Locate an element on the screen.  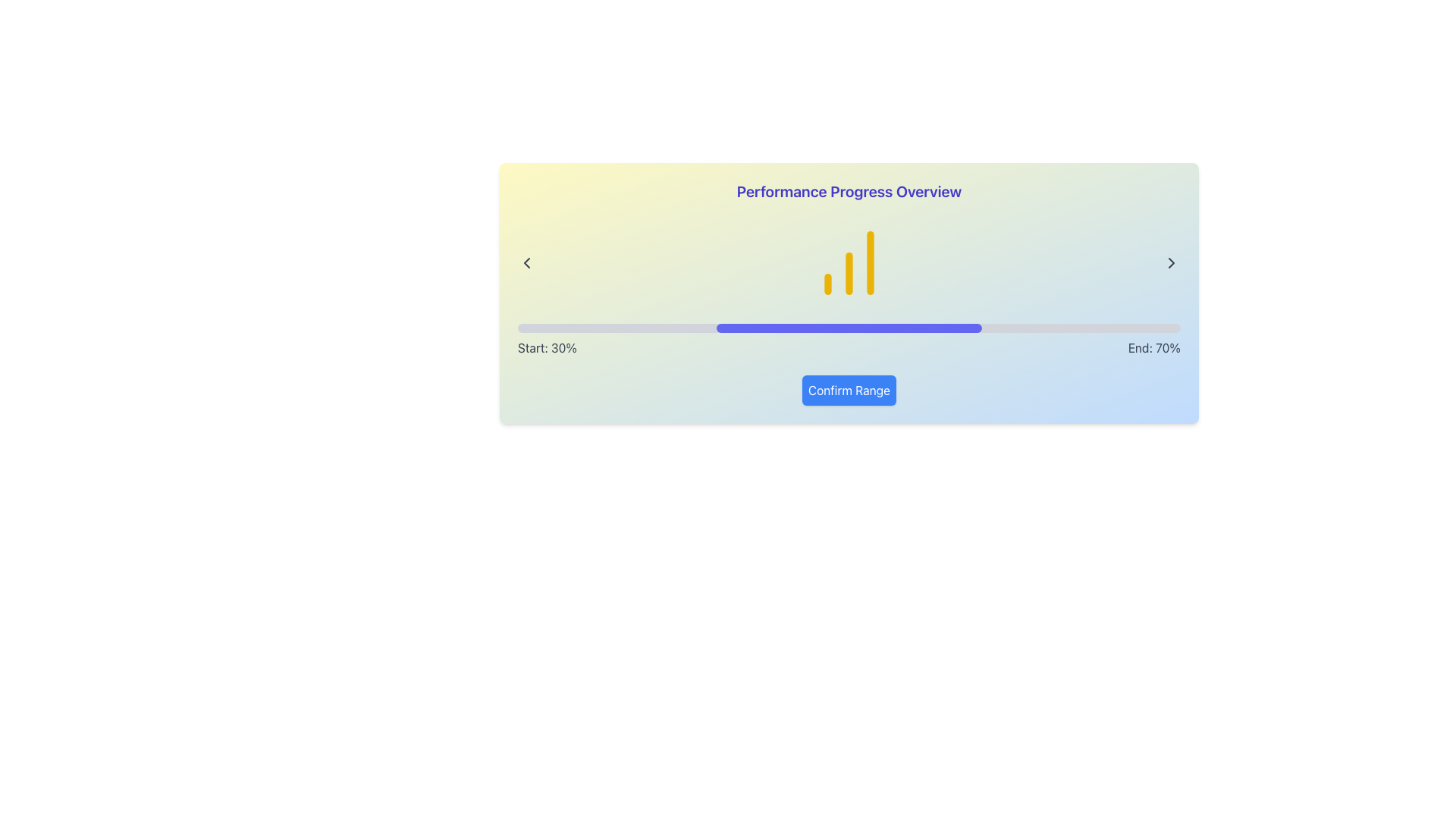
the Visual Chart Icon, which is a representation of a column chart with three yellow vertical bars of varying heights, located centrally between navigation icons and above the text 'Performance Progress Overview.' is located at coordinates (848, 262).